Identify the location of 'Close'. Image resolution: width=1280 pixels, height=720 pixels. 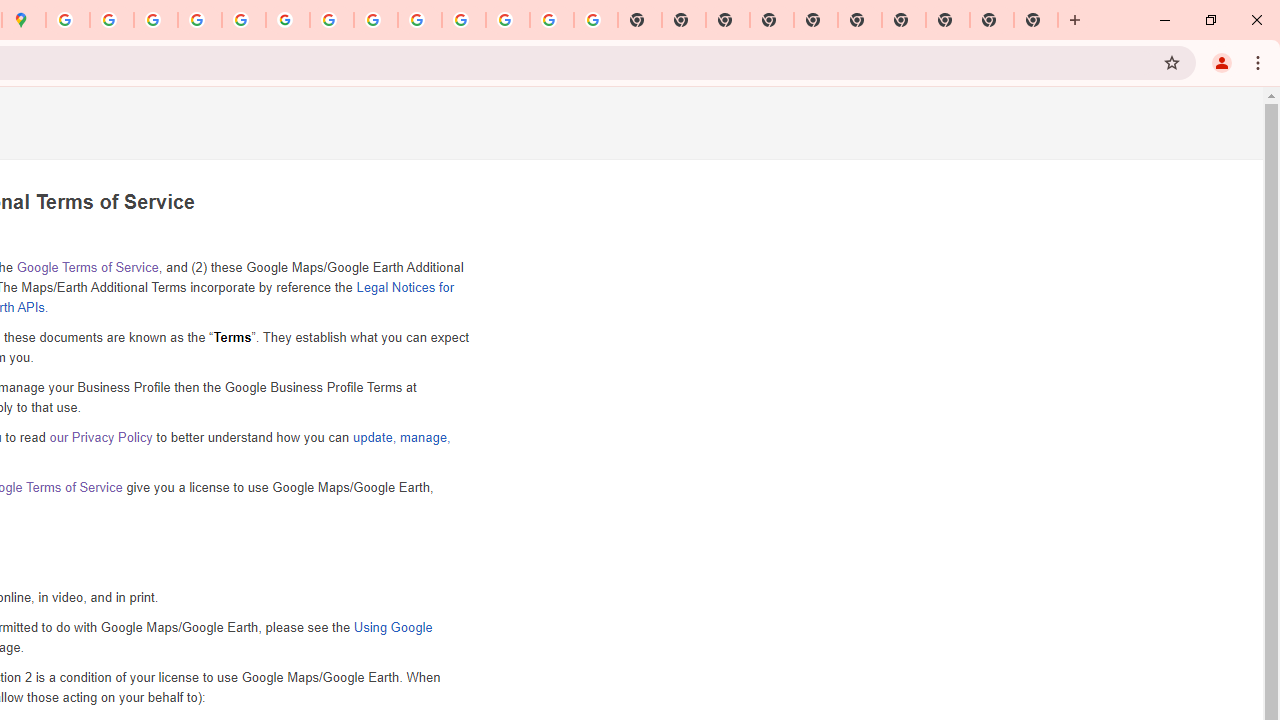
(1255, 20).